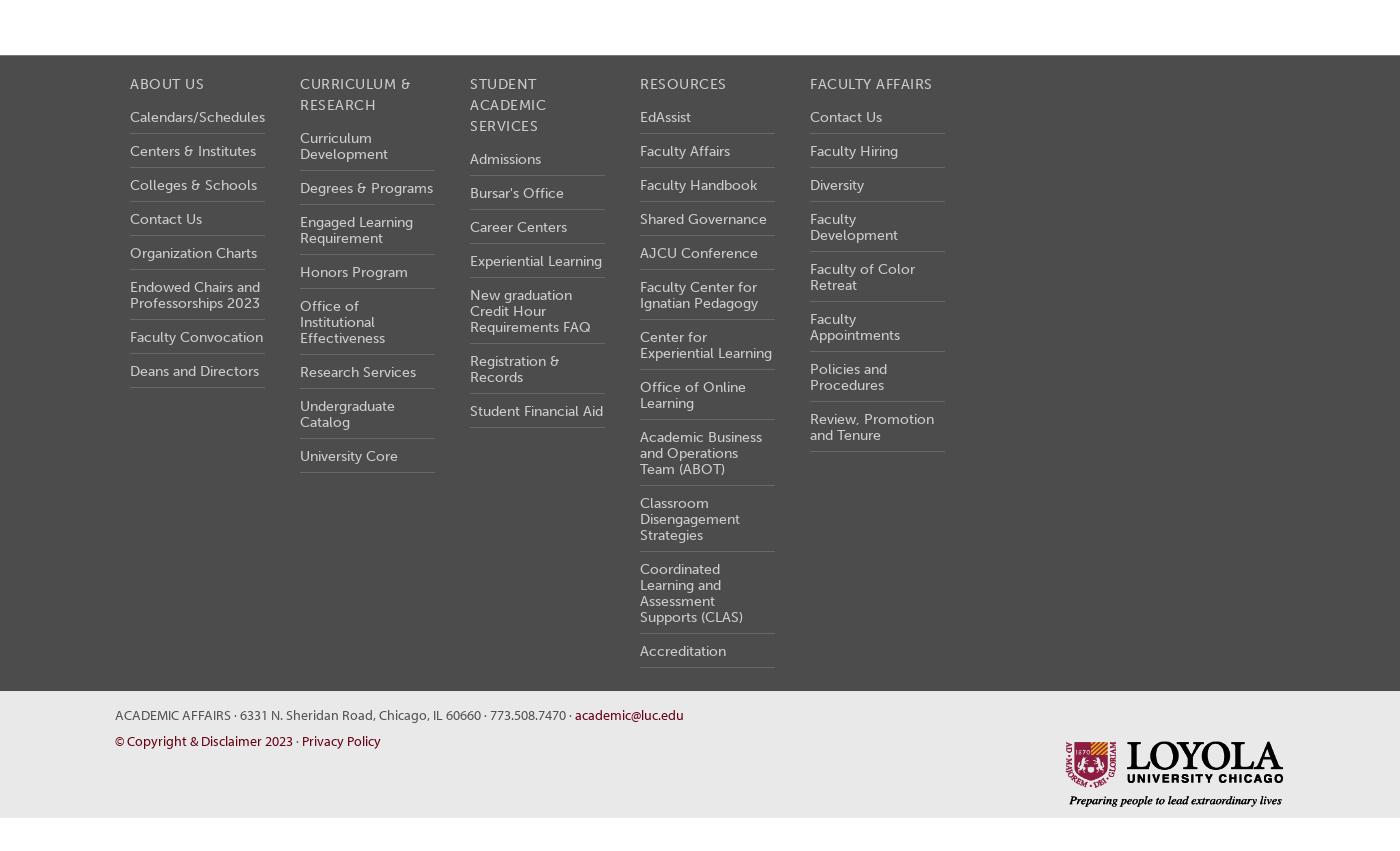 Image resolution: width=1400 pixels, height=851 pixels. I want to click on '60660', so click(463, 712).